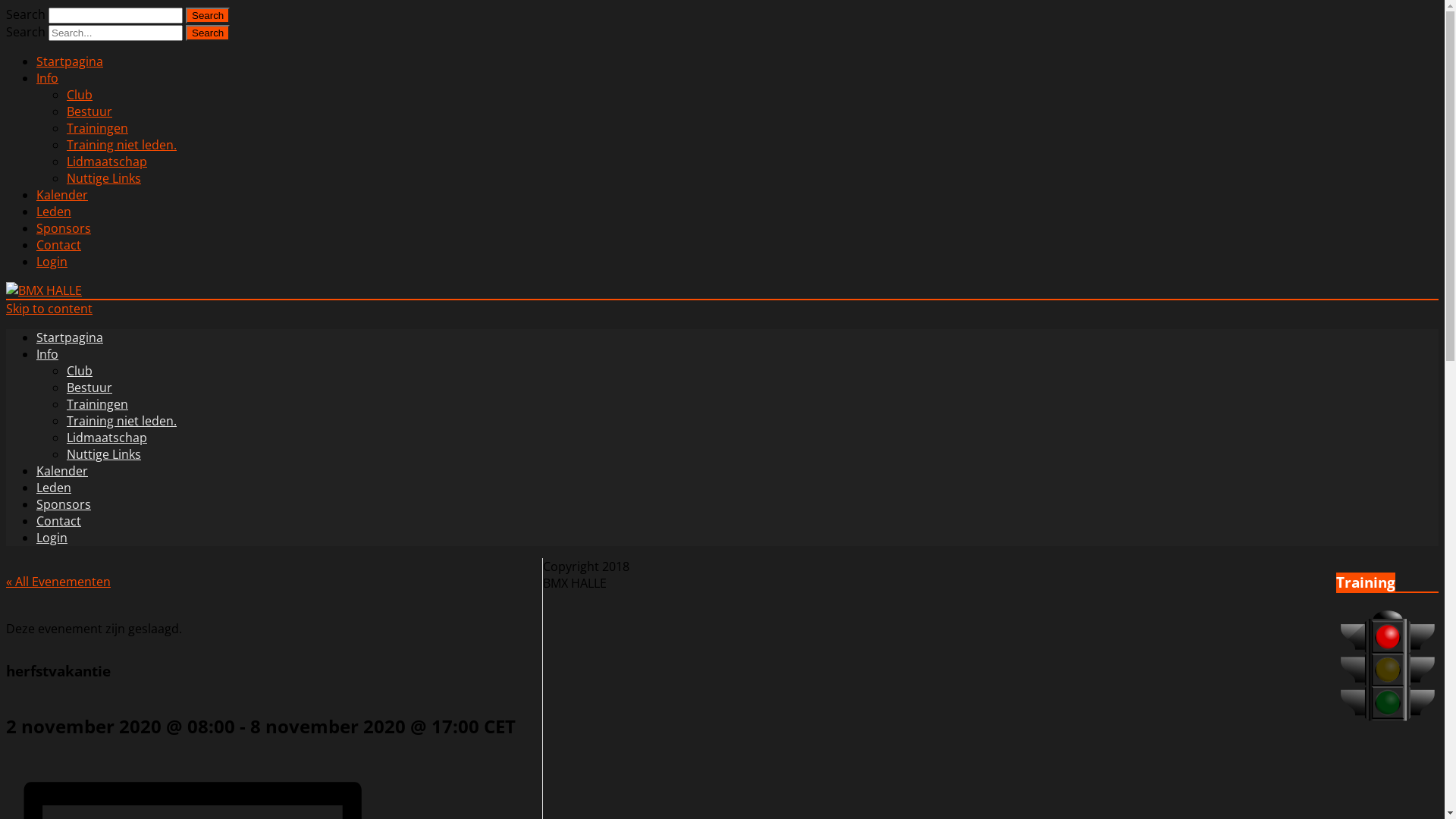 The height and width of the screenshot is (819, 1456). What do you see at coordinates (103, 177) in the screenshot?
I see `'Nuttige Links'` at bounding box center [103, 177].